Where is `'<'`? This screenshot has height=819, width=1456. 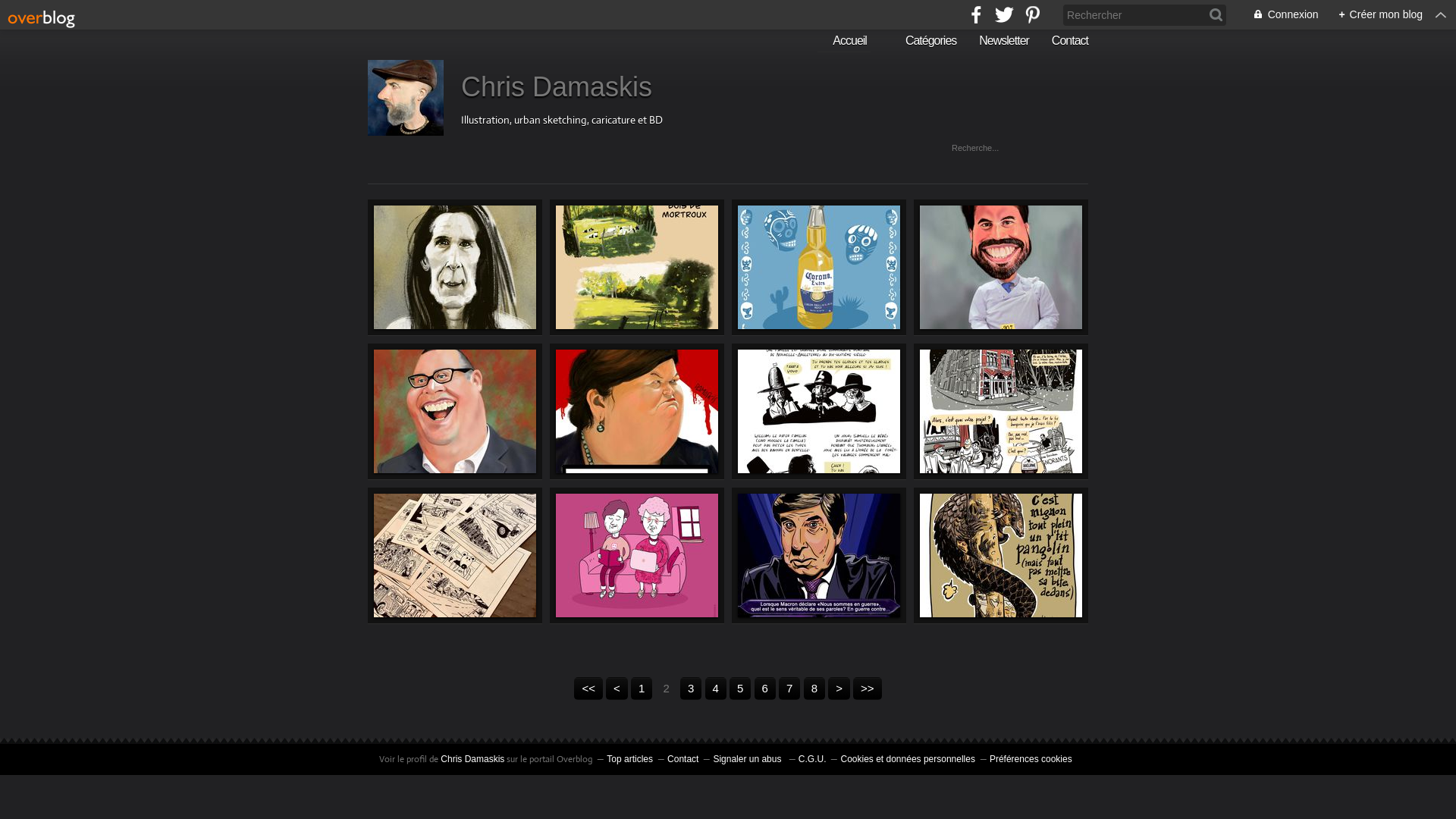
'<' is located at coordinates (617, 688).